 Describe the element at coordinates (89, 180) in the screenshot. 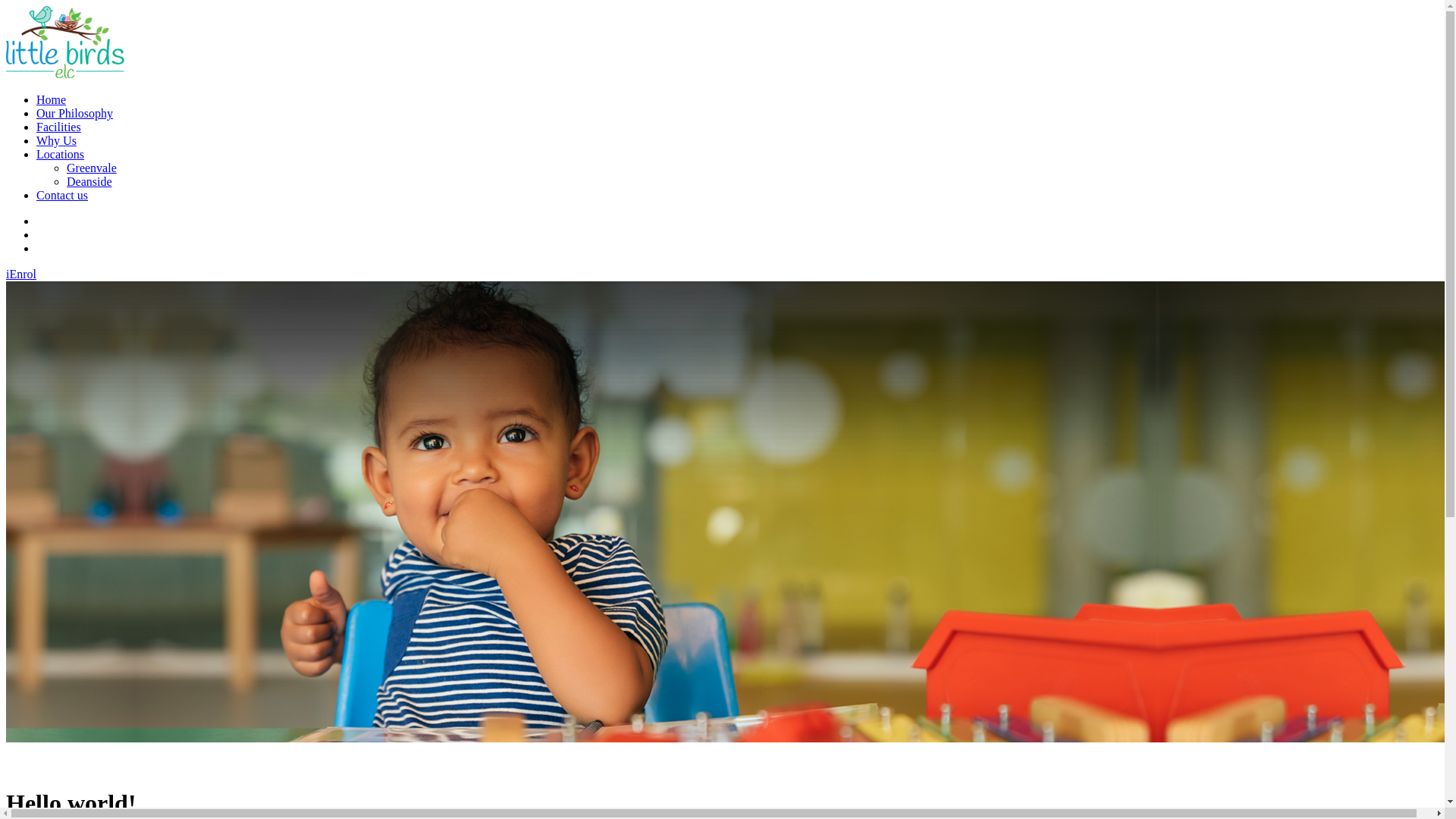

I see `'Deanside'` at that location.